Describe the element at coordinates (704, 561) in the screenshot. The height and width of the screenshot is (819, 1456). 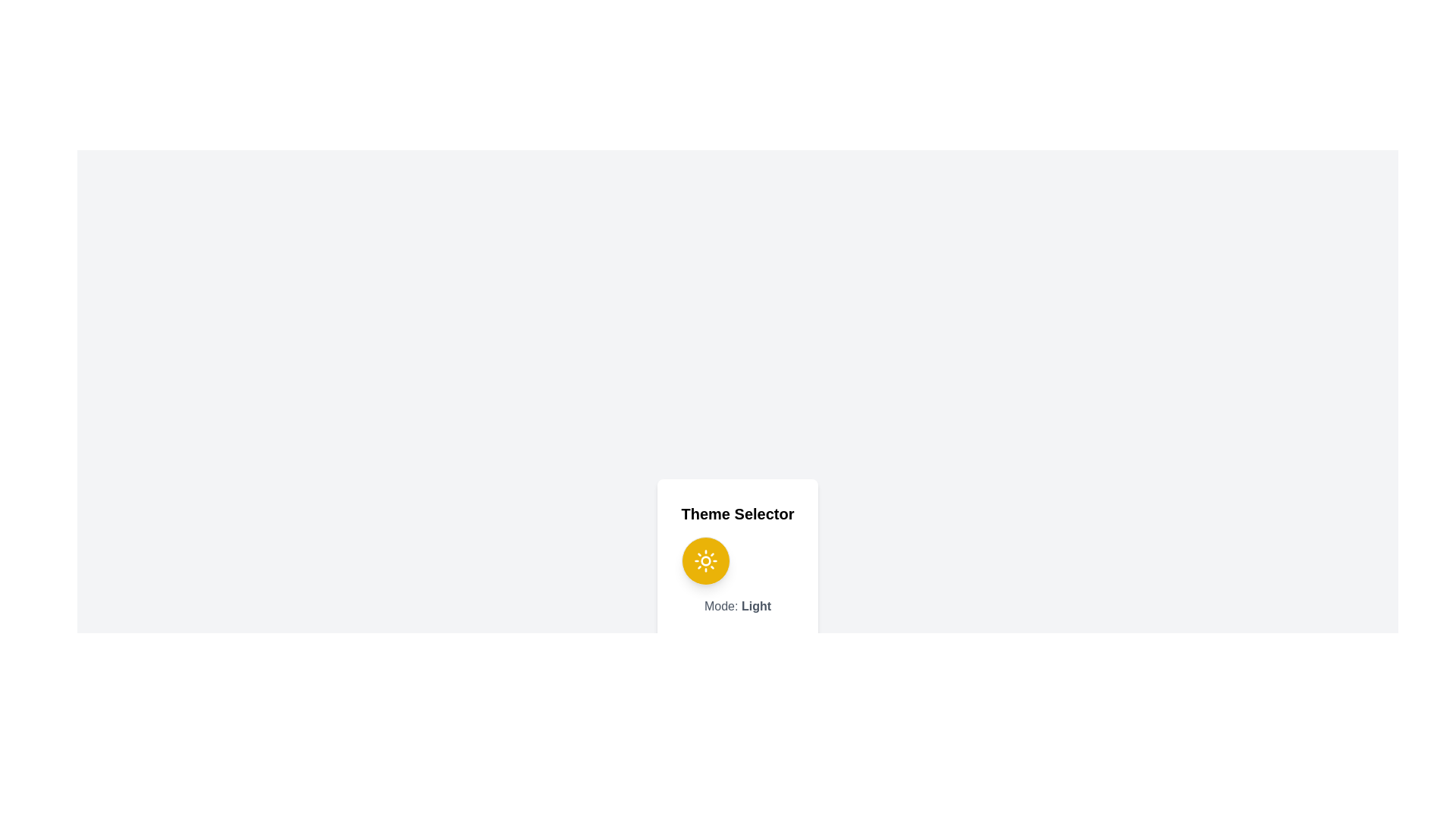
I see `the icon representing the current mode to inspect its visual representation` at that location.